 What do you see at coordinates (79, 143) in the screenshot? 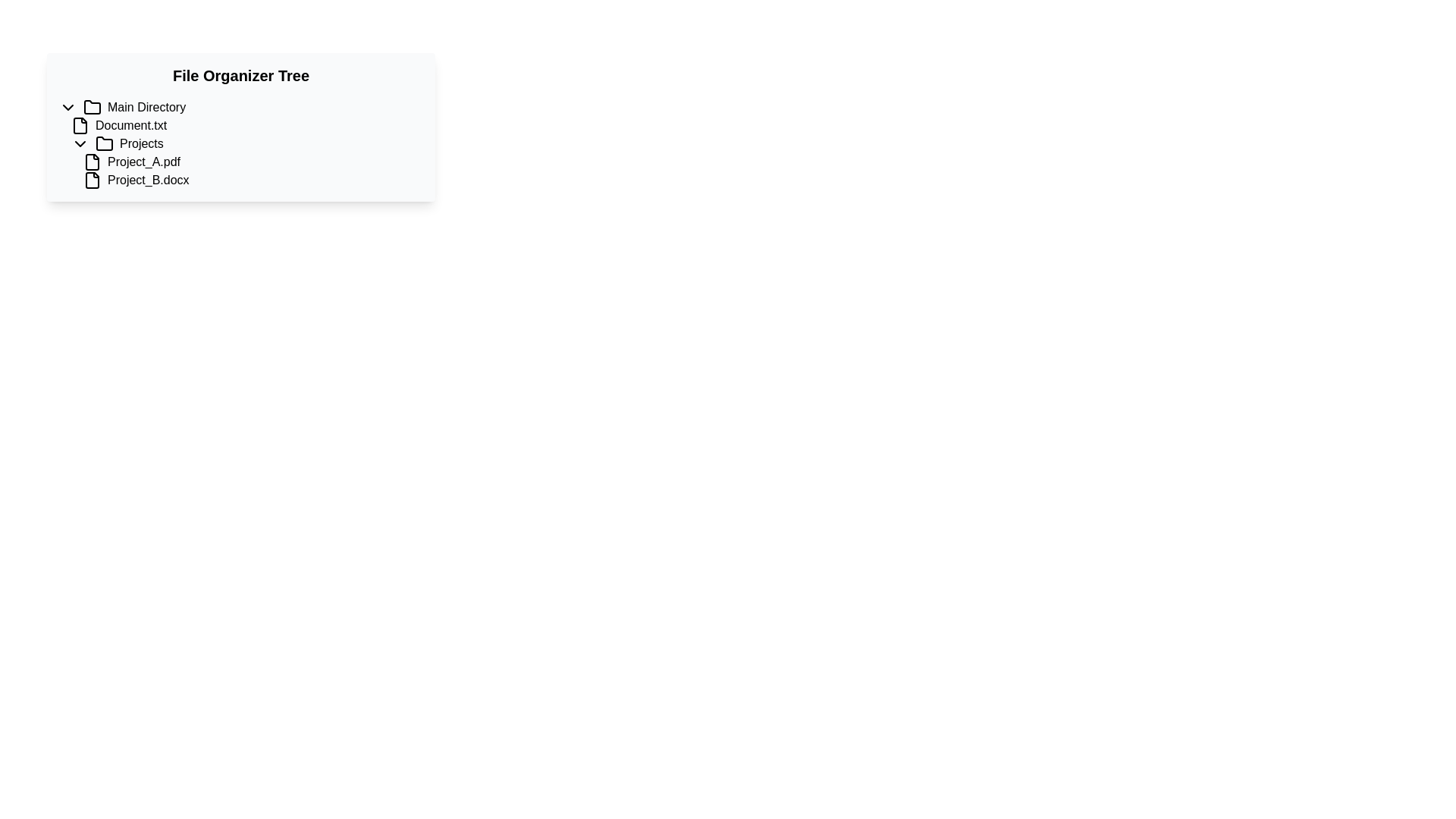
I see `the Chevron indicator icon` at bounding box center [79, 143].